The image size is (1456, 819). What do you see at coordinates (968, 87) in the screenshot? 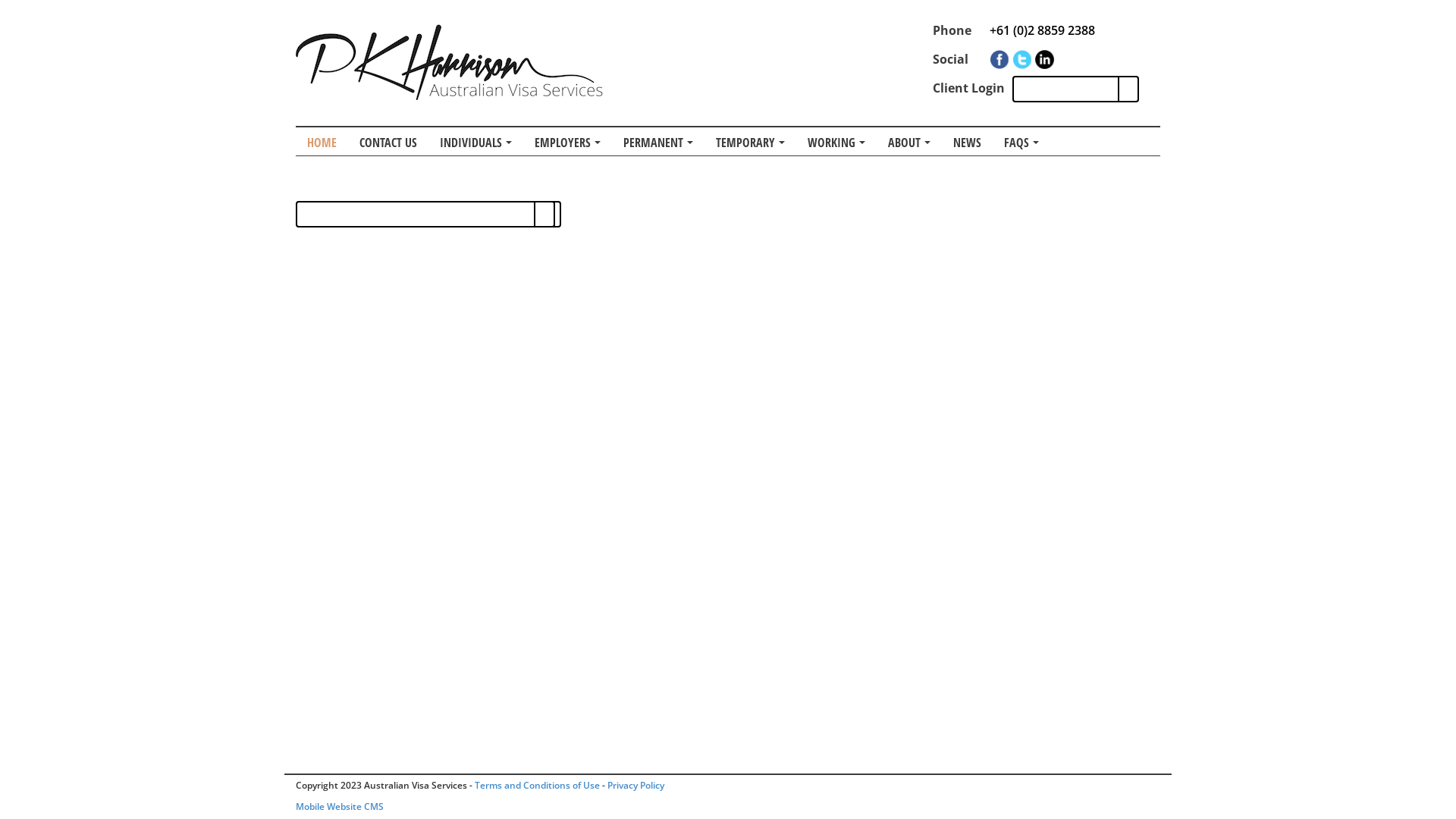
I see `'Client Login'` at bounding box center [968, 87].